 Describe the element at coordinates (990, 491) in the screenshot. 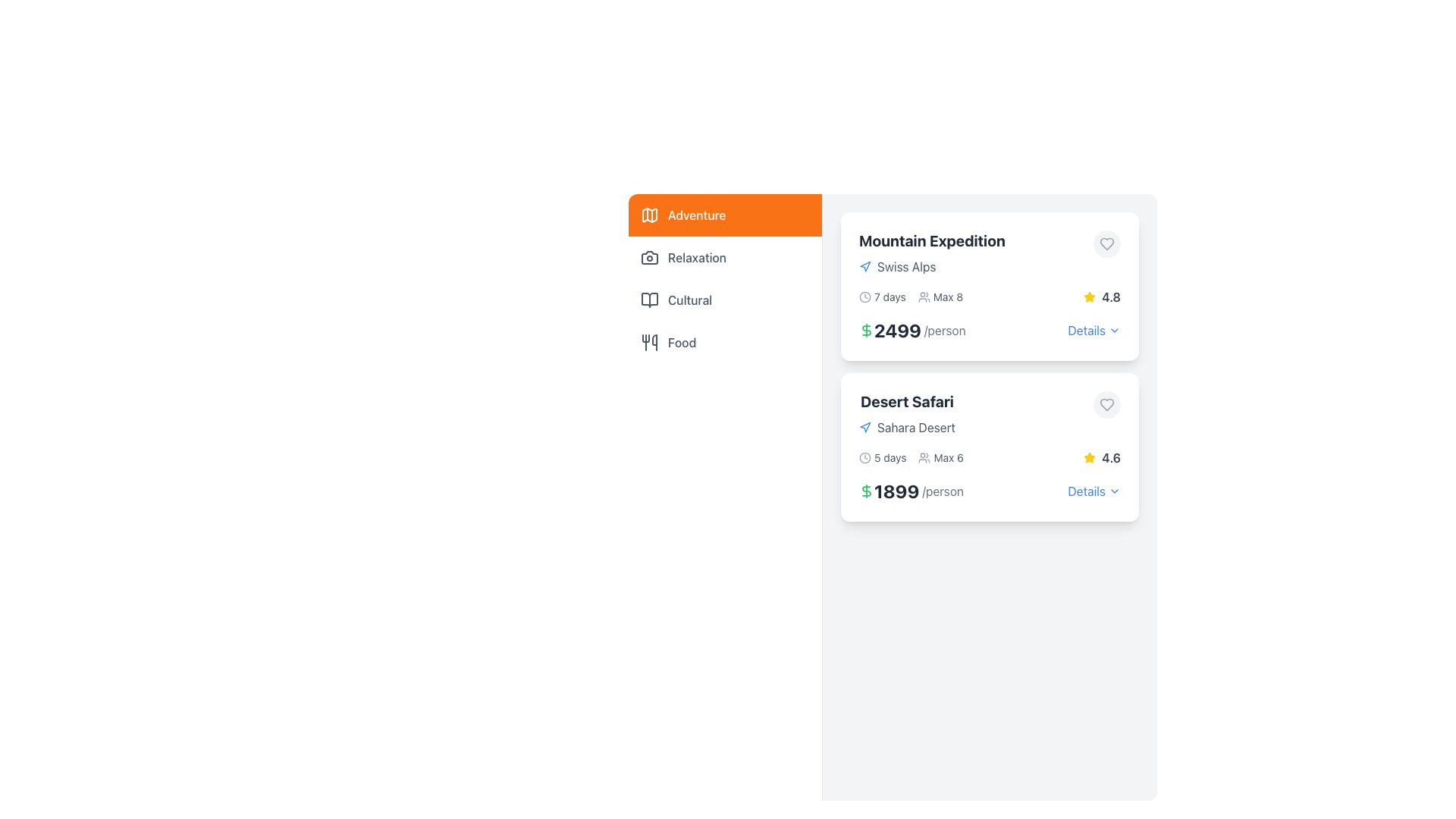

I see `price information displayed in bold font on the 'Desert Safari' card, located to the left of the 'Details' button` at that location.